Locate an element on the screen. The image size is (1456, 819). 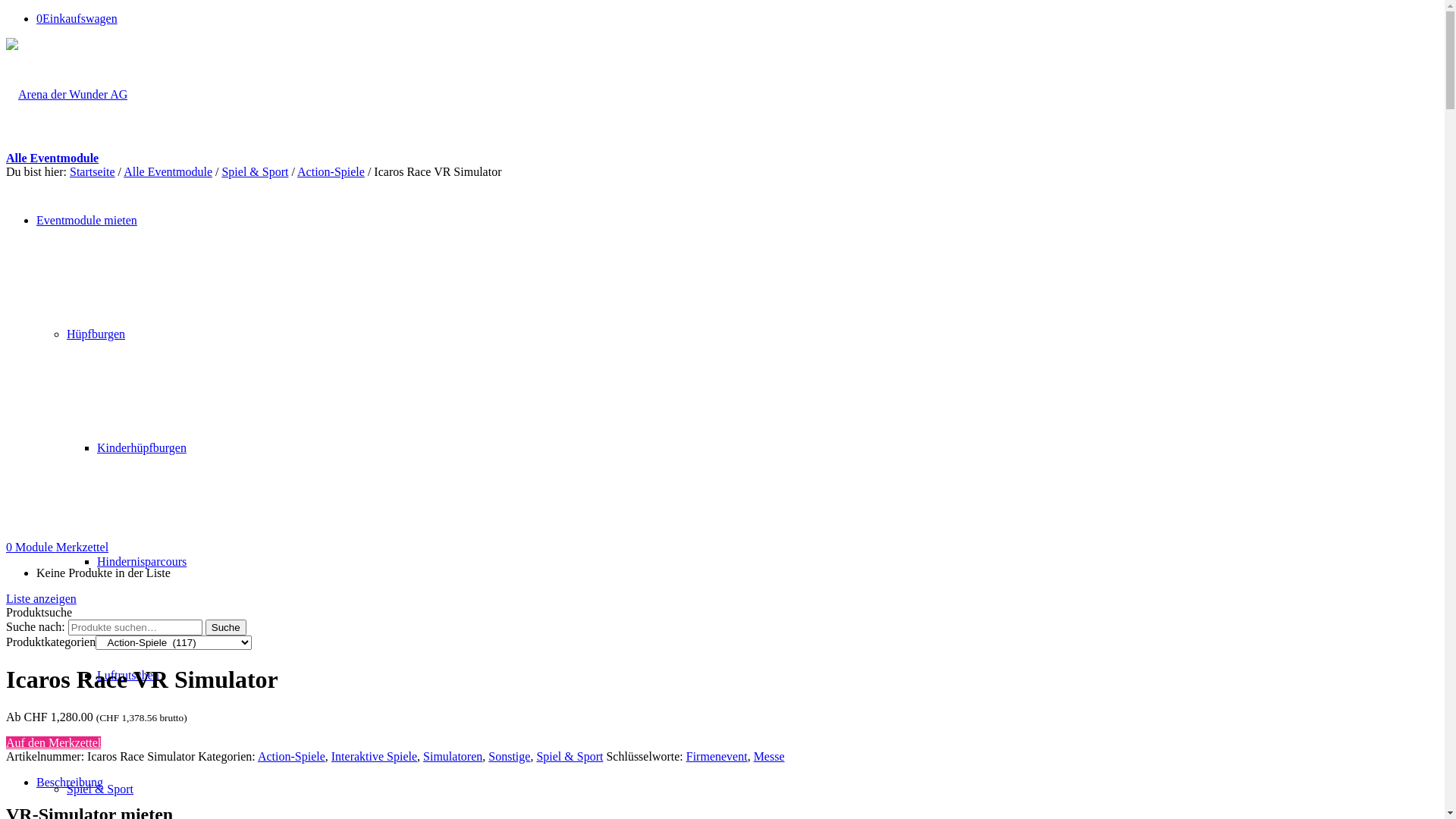
'Firmenevent' is located at coordinates (686, 756).